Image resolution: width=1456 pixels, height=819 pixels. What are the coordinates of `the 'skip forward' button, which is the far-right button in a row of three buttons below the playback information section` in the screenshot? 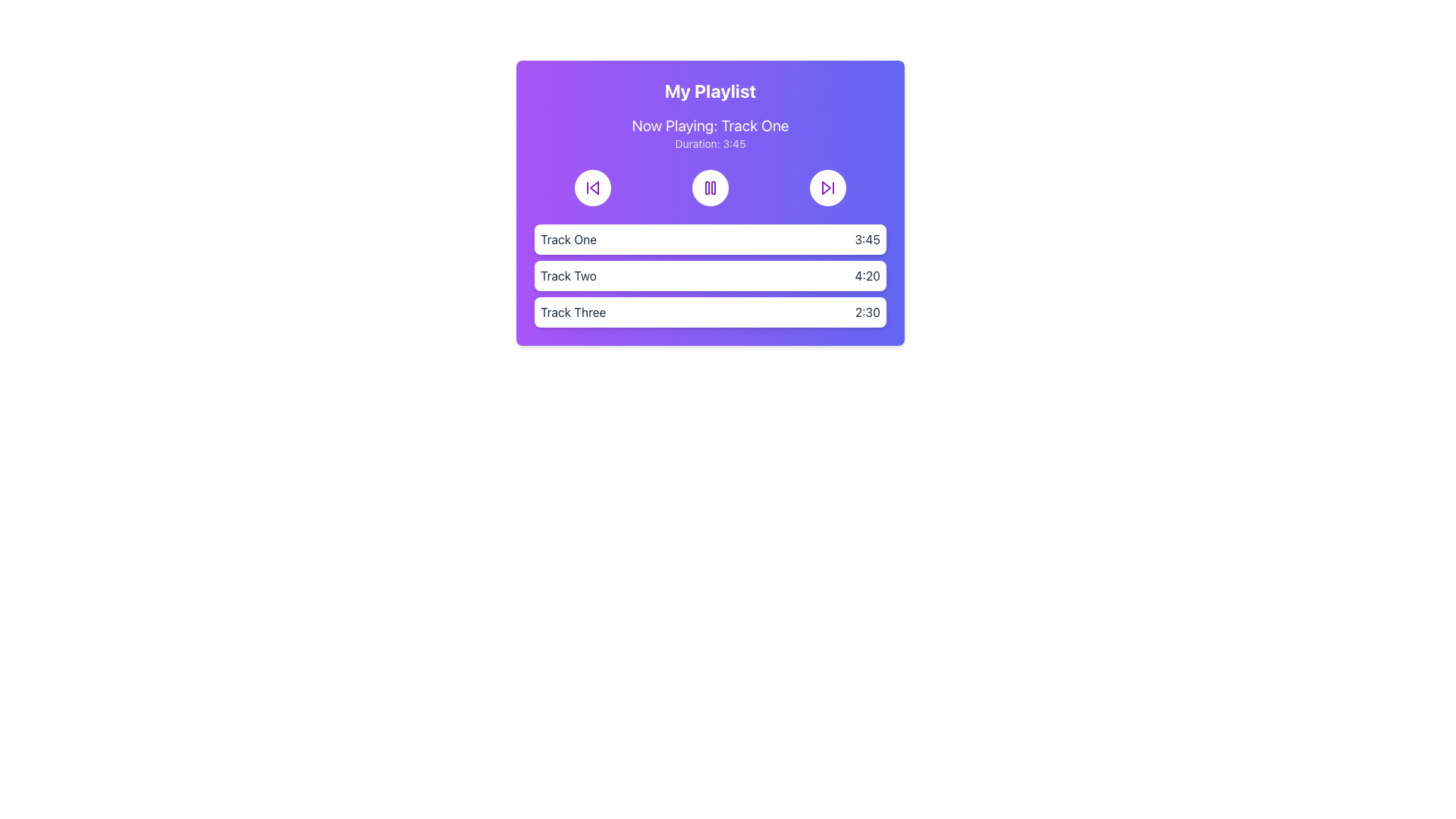 It's located at (827, 187).